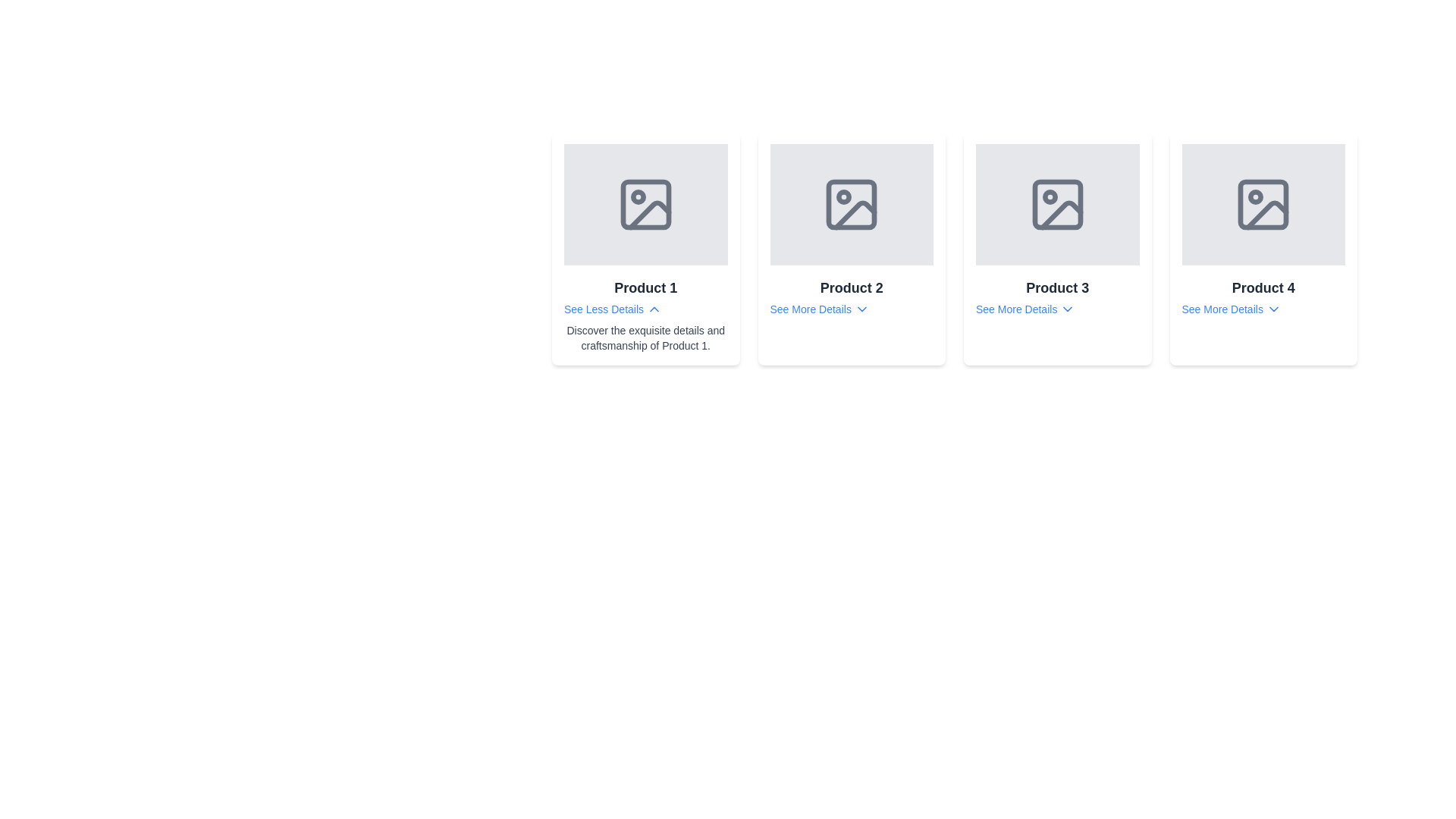 This screenshot has width=1456, height=819. What do you see at coordinates (645, 205) in the screenshot?
I see `the rectangular shape with rounded corners that is part of the picture icon in the first card labeled 'Product 1' at the top-left corner of the grid` at bounding box center [645, 205].